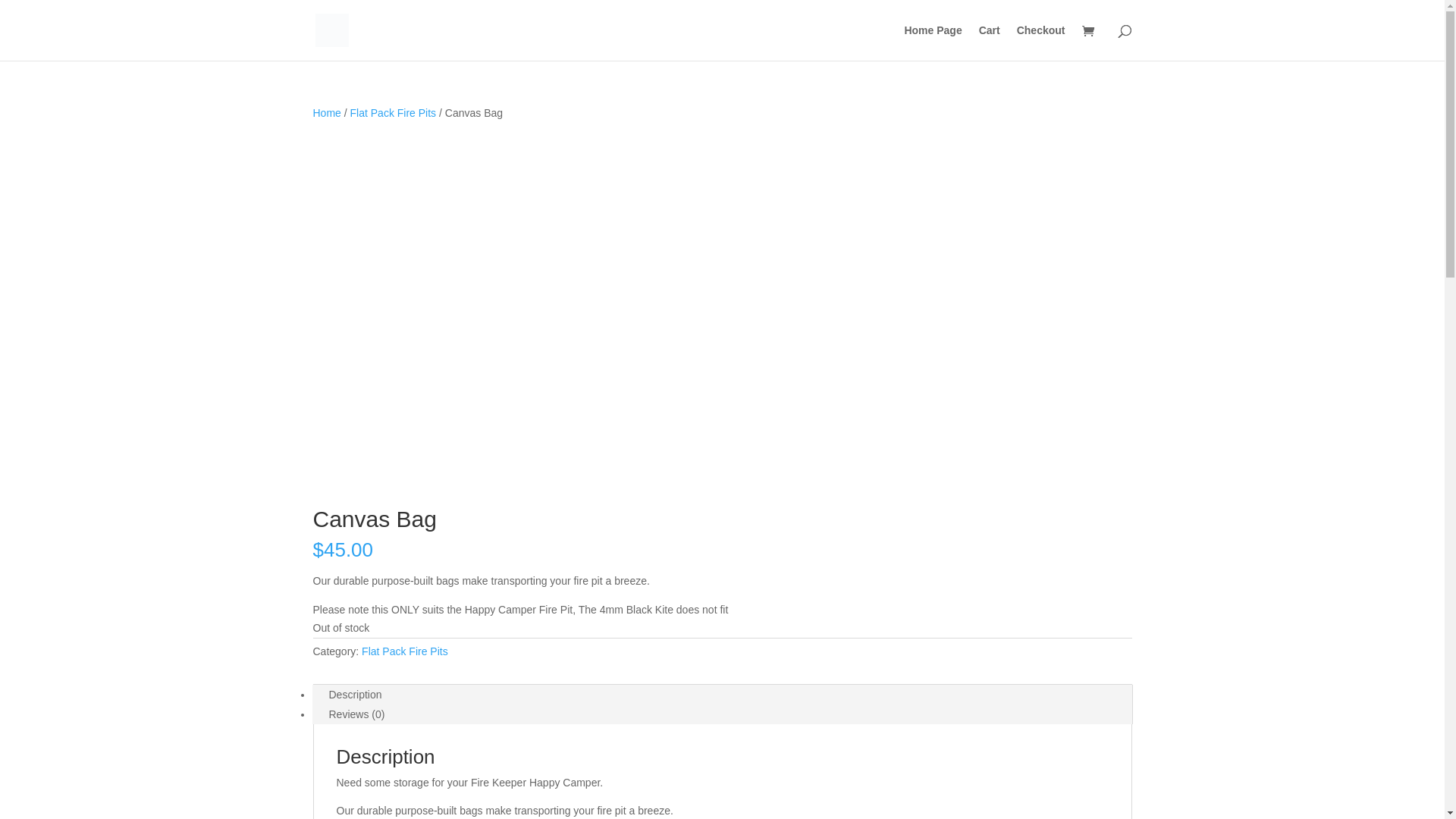 The width and height of the screenshot is (1456, 819). I want to click on 'Home', so click(325, 112).